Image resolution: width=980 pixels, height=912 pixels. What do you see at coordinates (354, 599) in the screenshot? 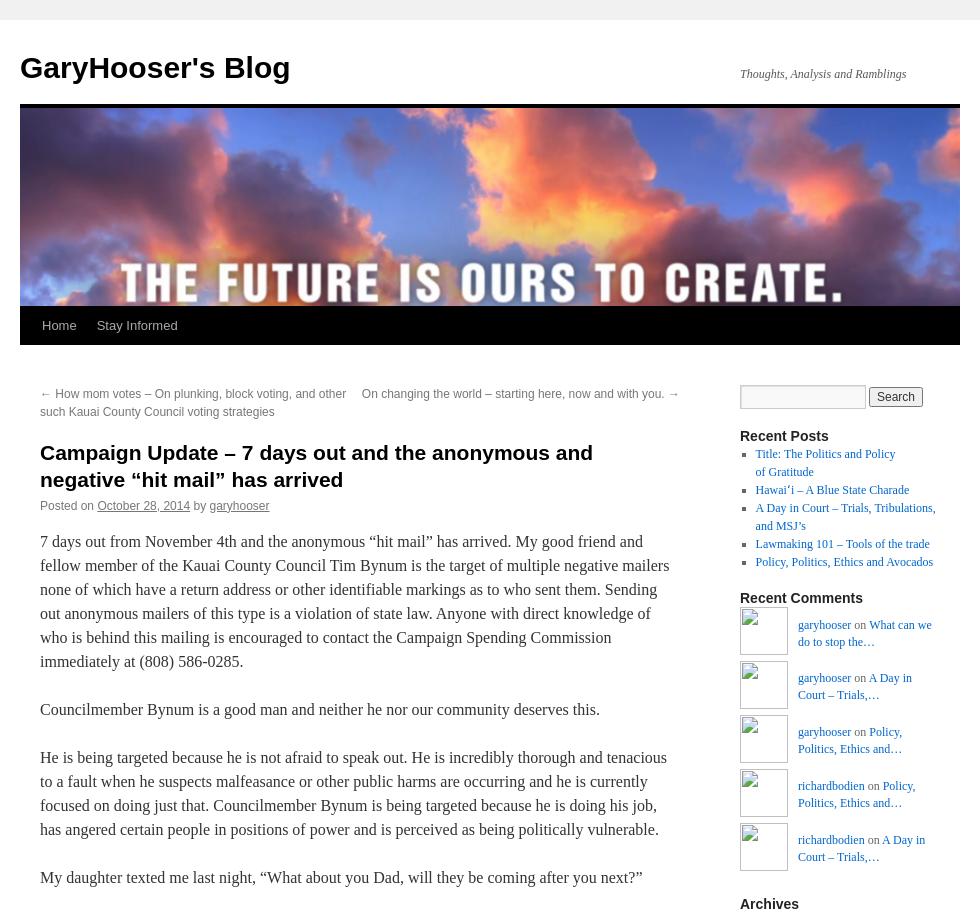
I see `'7 days out from November 4th and the anonymous “hit mail” has arrived. My good friend and fellow member of the Kauai County Council Tim Bynum is the target of multiple negative mailers none of which have a return address or other identifiable markings as to who sent them. Sending out anonymous mailers of this type is a violation of state law. Anyone with direct knowledge of who is behind this mailing is encouraged to contact the Campaign Spending Commission immediately at (808) 586-0285.'` at bounding box center [354, 599].